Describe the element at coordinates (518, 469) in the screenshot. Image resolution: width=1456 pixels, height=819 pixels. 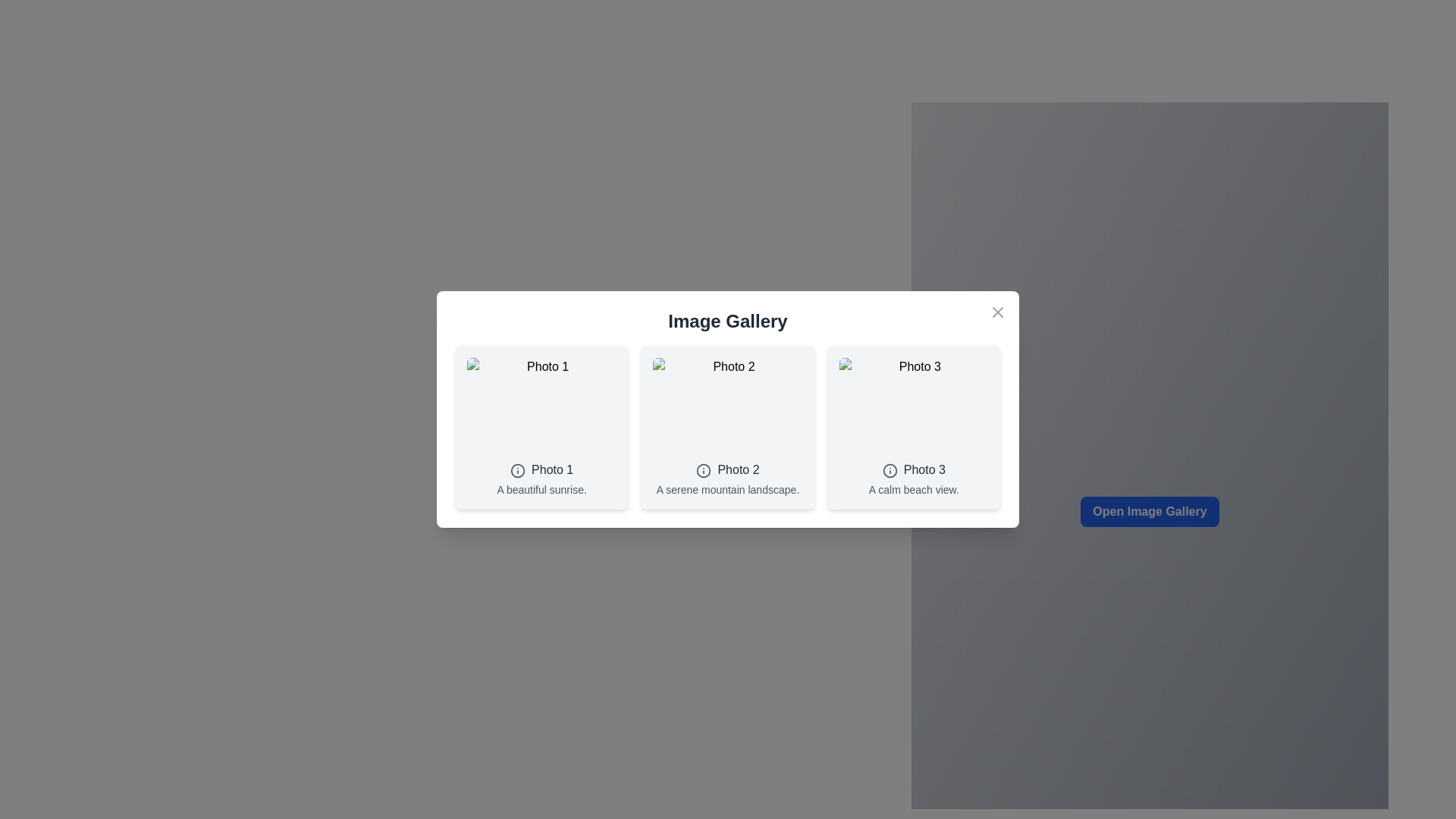
I see `the informational icon, which is a circular shape with a black border and a red interior, located centrally below the 'Photo 1' label in the first photo card of the 'Image Gallery' modal` at that location.